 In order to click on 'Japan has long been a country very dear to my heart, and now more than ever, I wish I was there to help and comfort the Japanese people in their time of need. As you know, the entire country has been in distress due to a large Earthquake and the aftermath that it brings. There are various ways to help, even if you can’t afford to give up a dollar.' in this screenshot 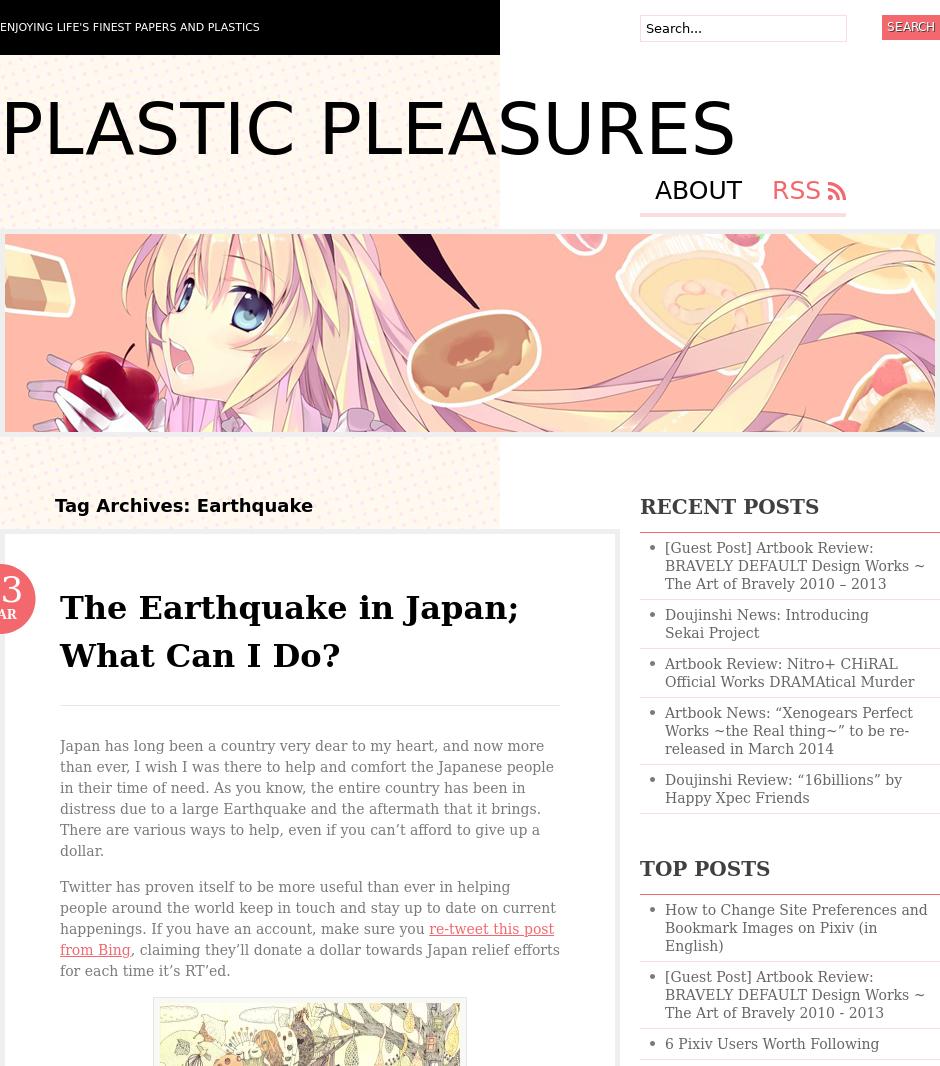, I will do `click(306, 797)`.